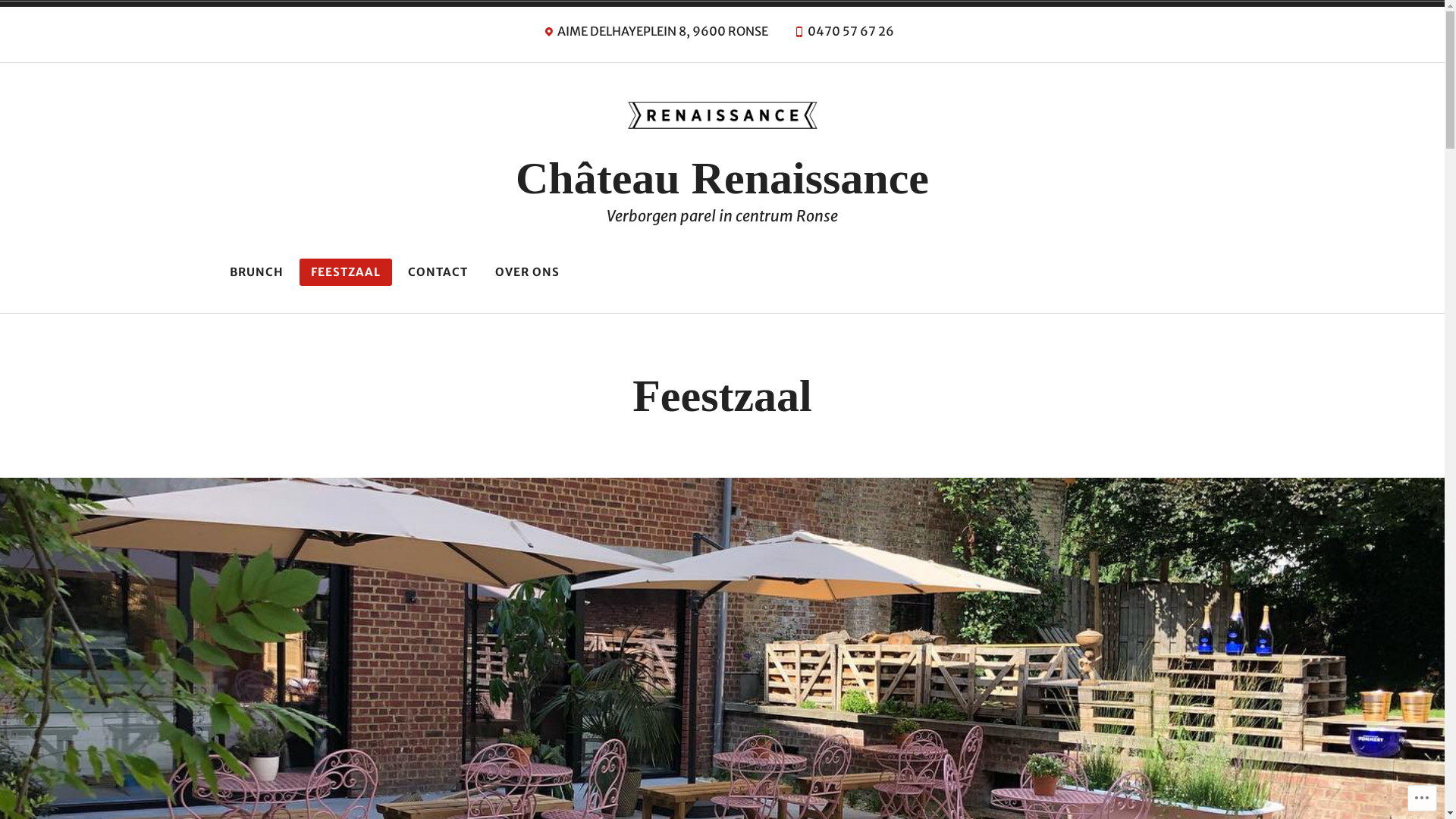 Image resolution: width=1456 pixels, height=819 pixels. I want to click on 'Telefoon 0470 57 67 26', so click(843, 34).